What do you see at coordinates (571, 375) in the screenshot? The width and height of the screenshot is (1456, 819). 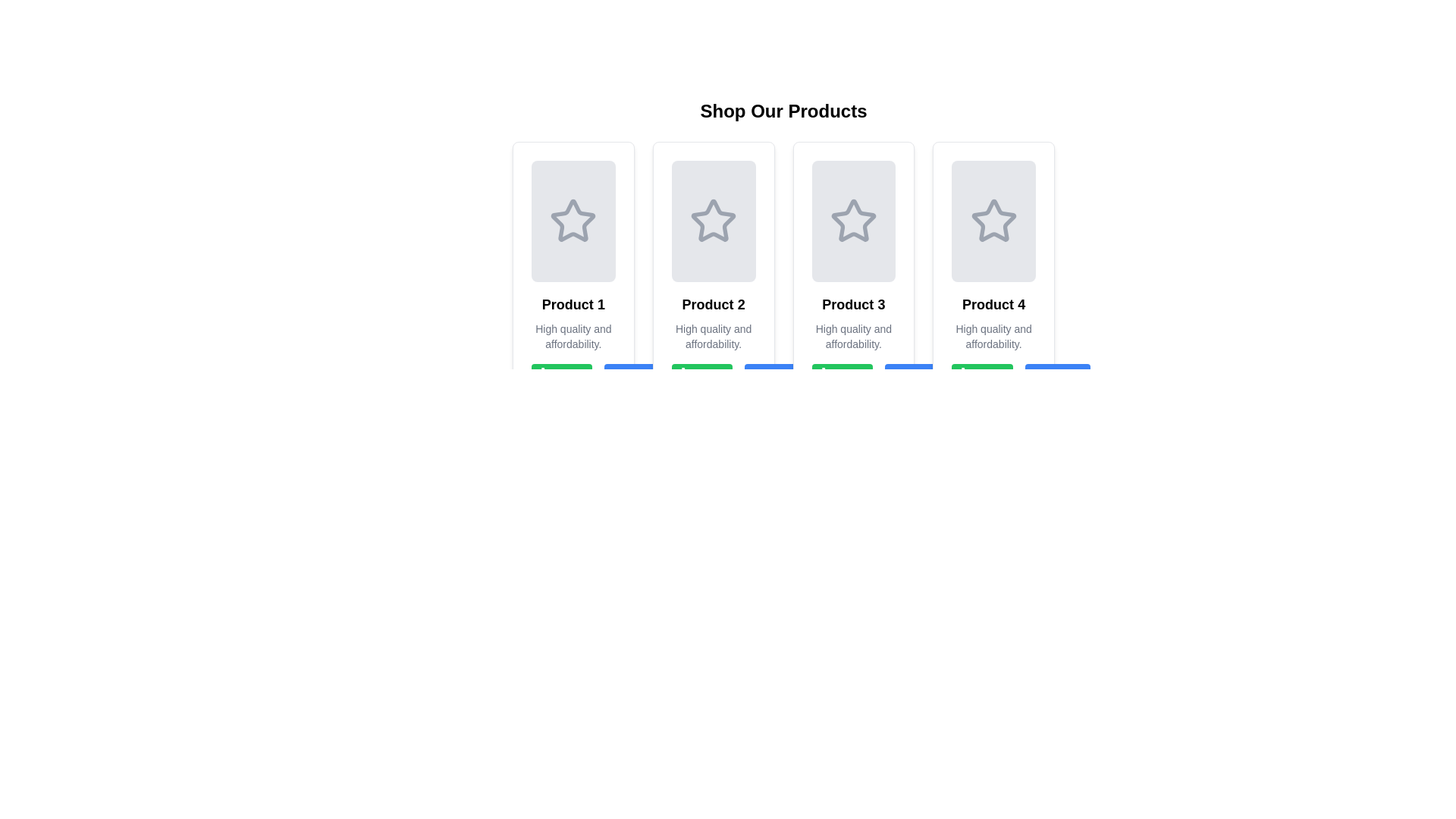 I see `the 'Add' text label within the button component, which is styled with white text on a green background and is located below the first product card labeled 'Product 1'` at bounding box center [571, 375].